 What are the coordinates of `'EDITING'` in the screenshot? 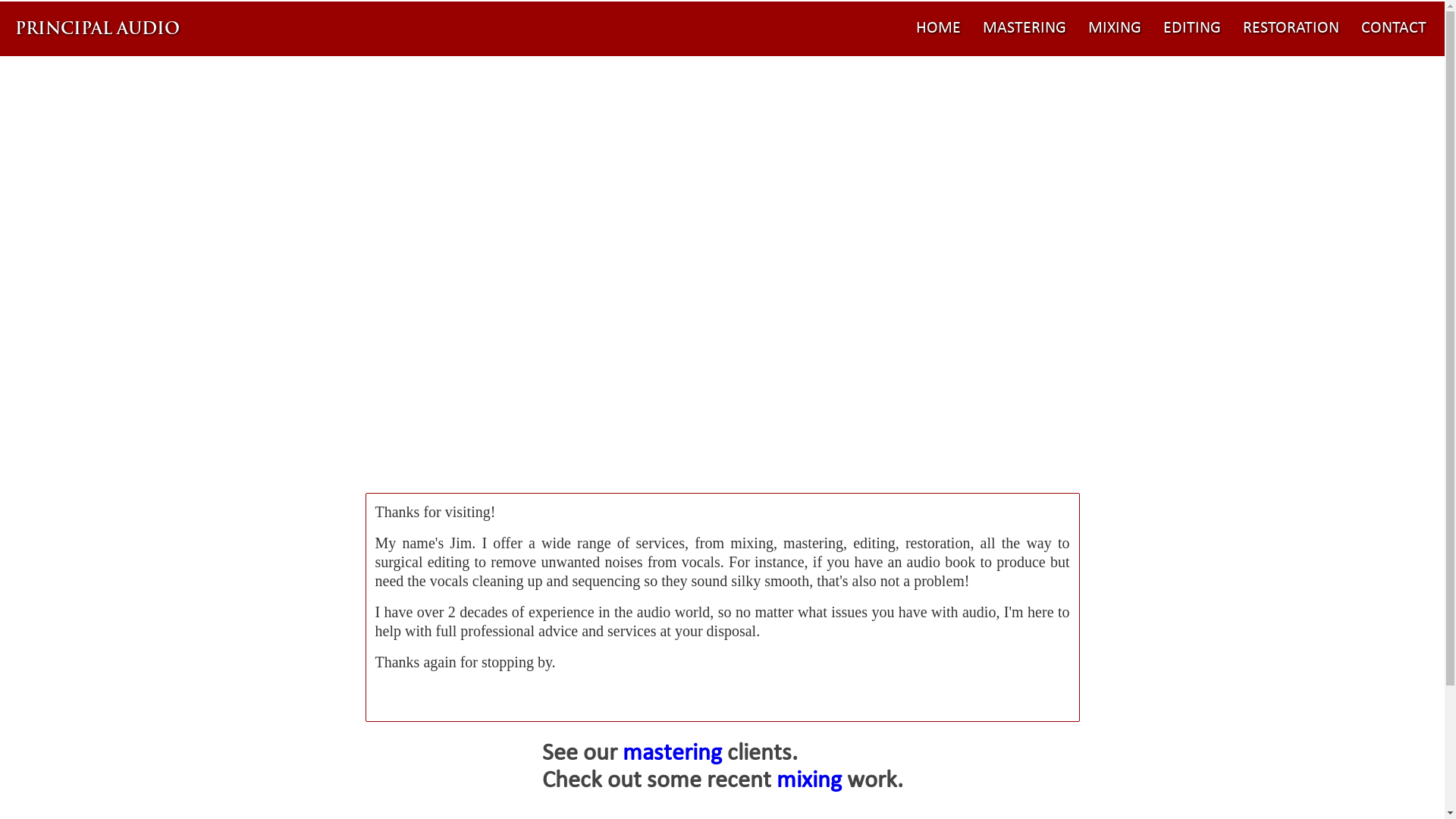 It's located at (1191, 28).